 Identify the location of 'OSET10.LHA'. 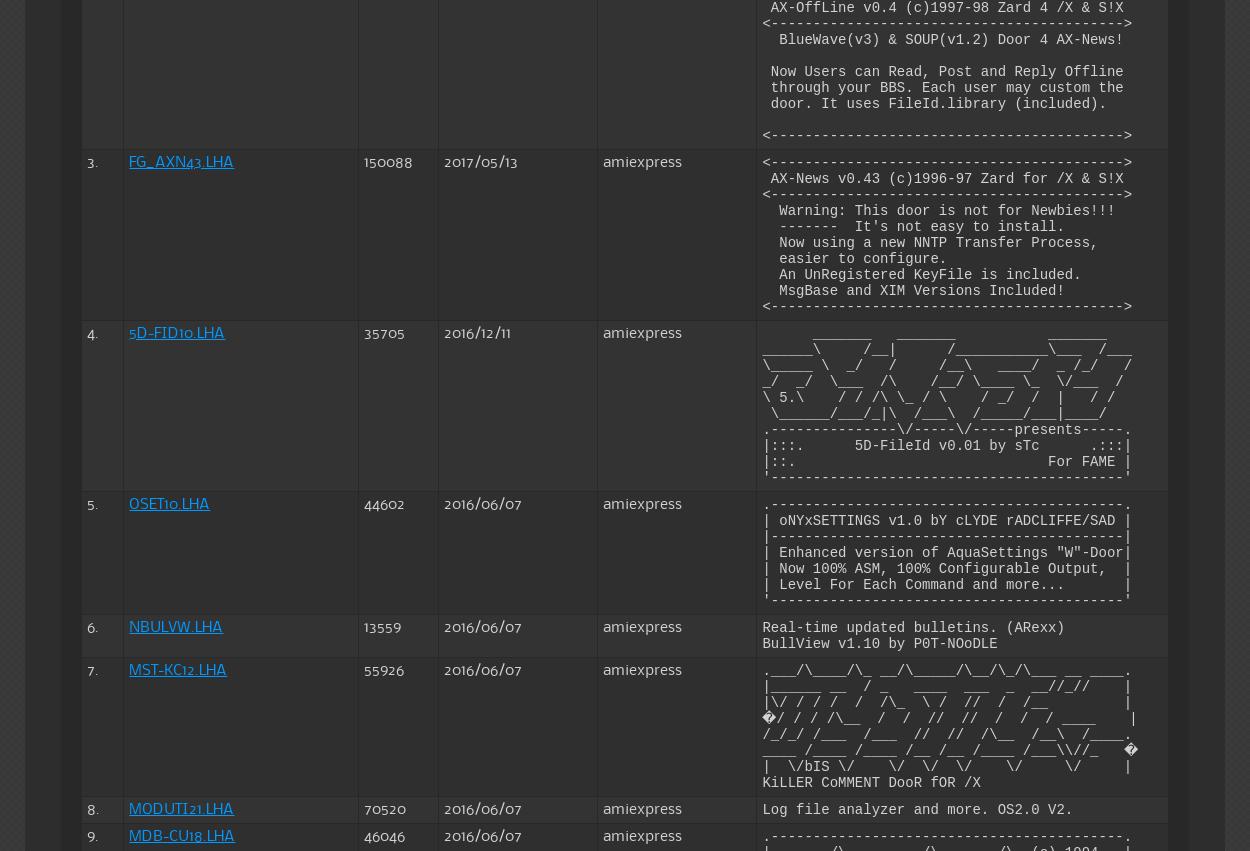
(169, 502).